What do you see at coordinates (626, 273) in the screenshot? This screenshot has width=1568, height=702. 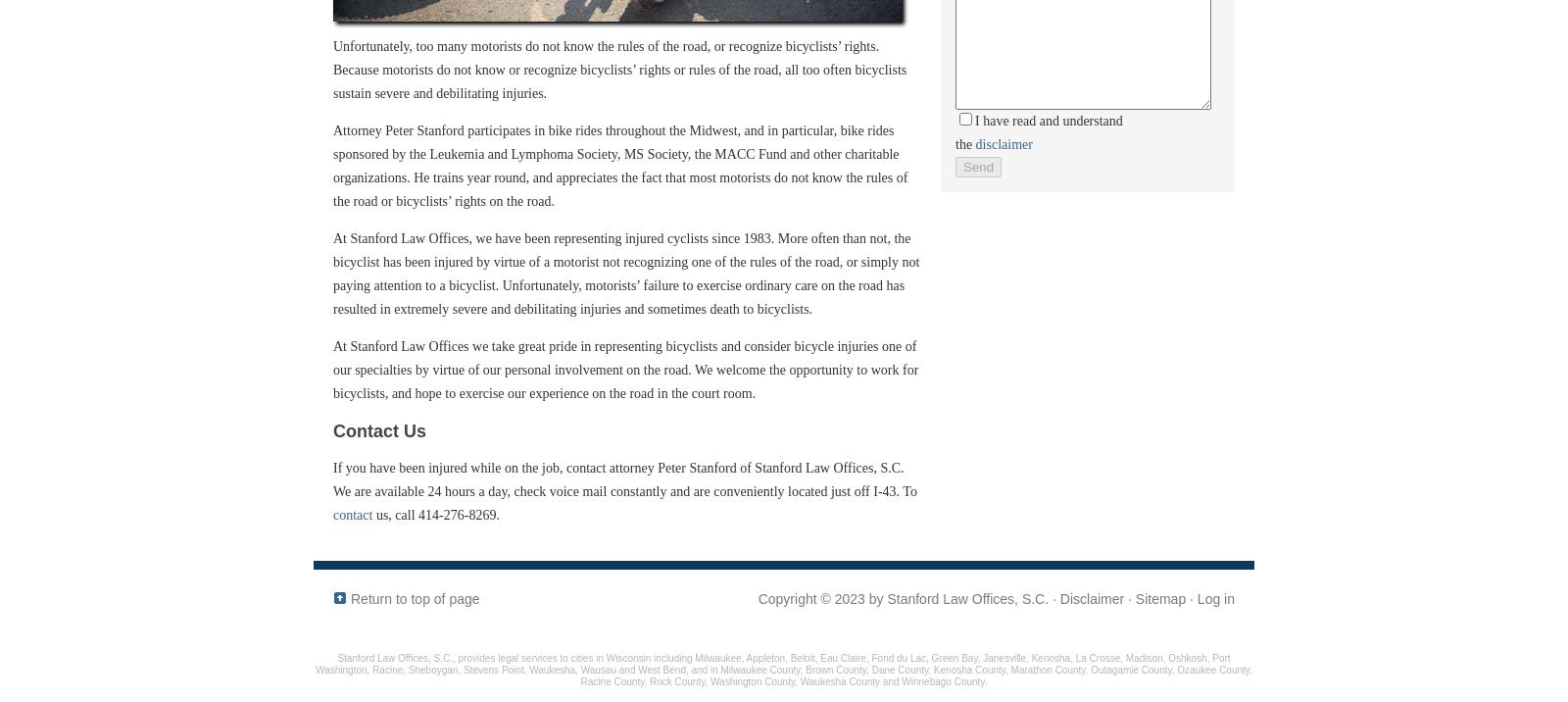 I see `'At Stanford Law Offices, we have been representing injured cyclists since 1983. More often than not, the bicyclist has been injured by virtue of a motorist not recognizing one of the rules of the road, or simply not paying attention to a bicyclist. Unfortunately, motorists’ failure to exercise ordinary care on the road has resulted in extremely severe and debilitating injuries and sometimes death to bicyclists.'` at bounding box center [626, 273].